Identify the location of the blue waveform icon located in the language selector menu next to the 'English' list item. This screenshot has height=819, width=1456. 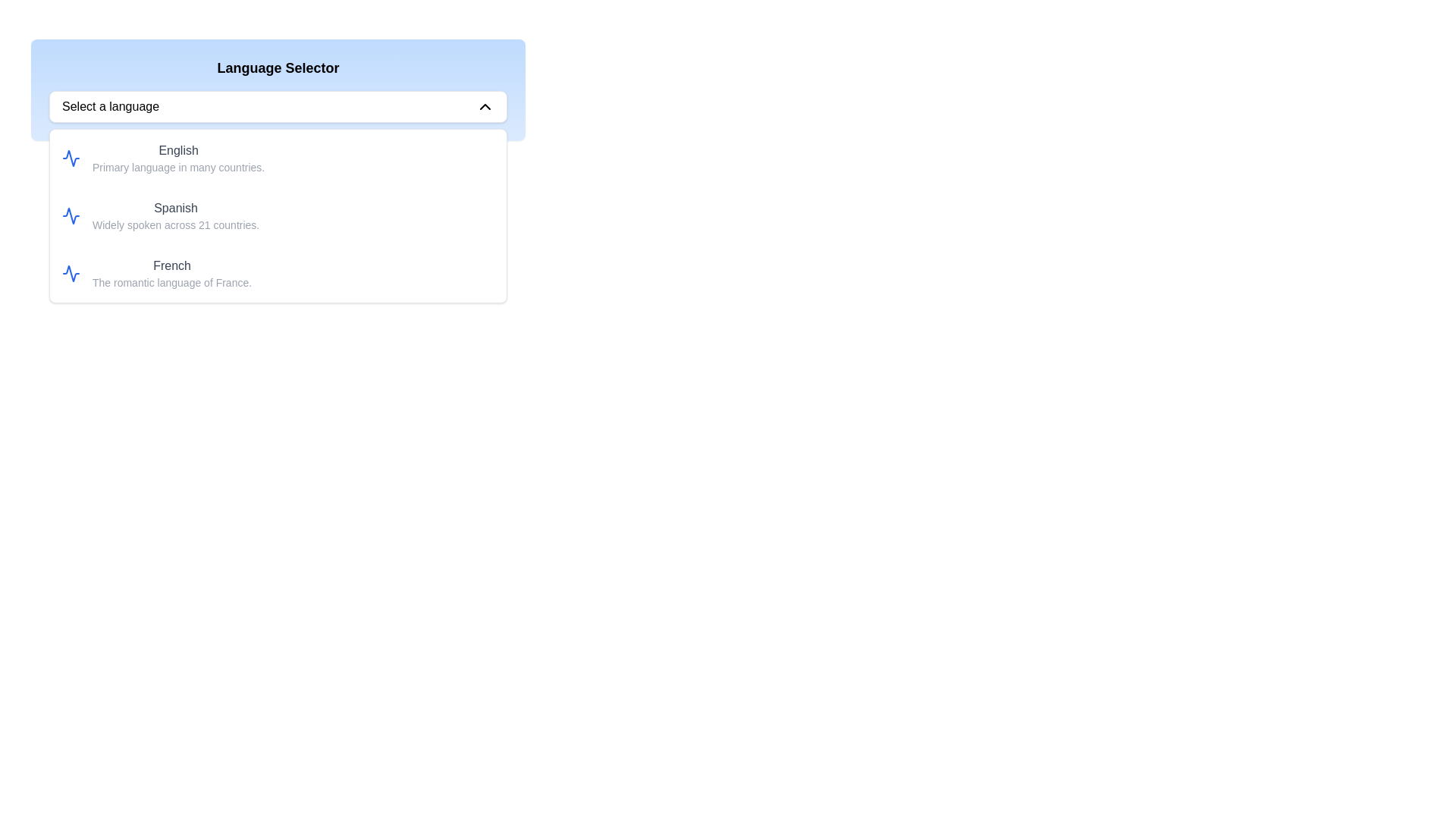
(71, 158).